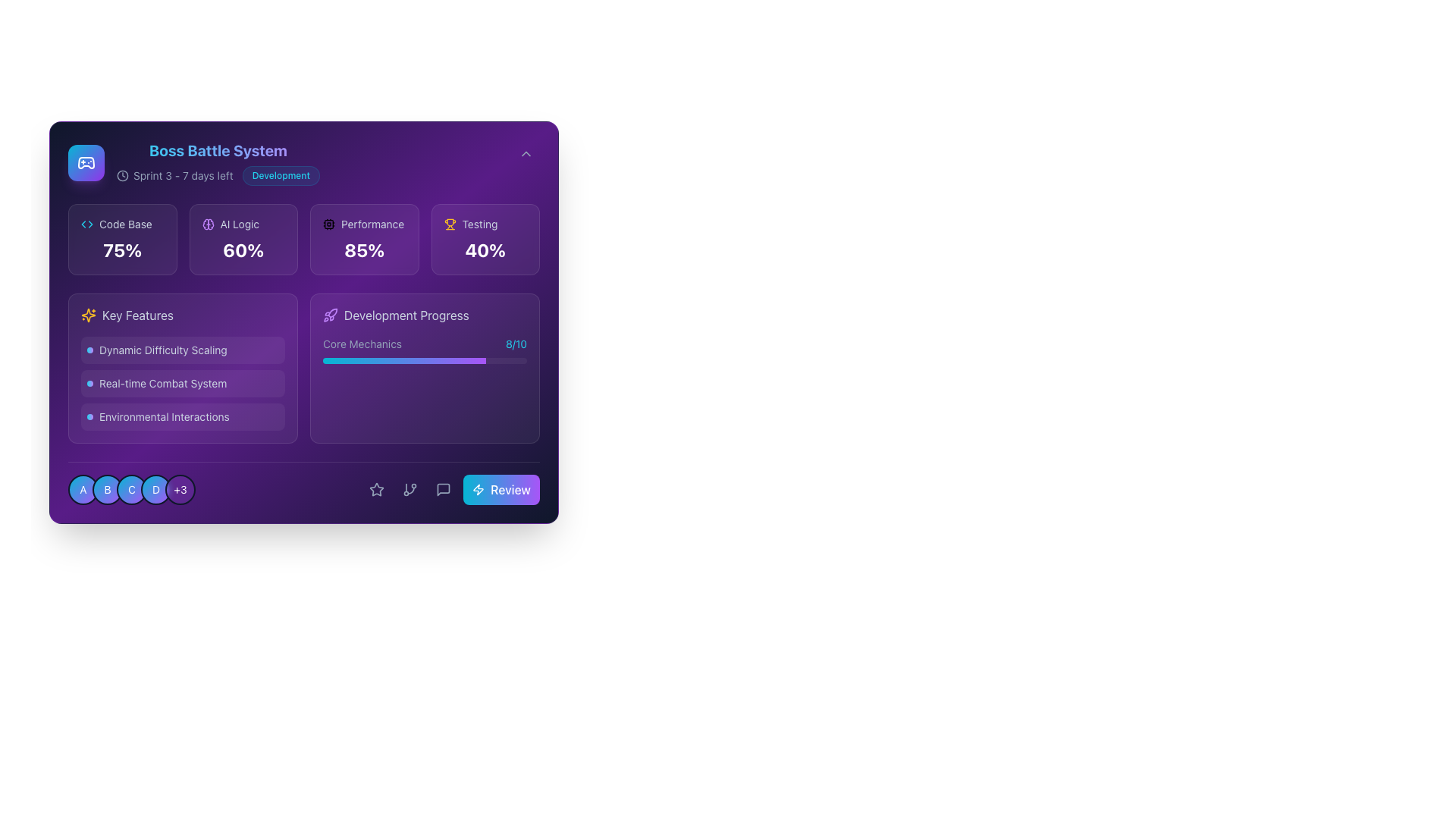 This screenshot has height=819, width=1456. What do you see at coordinates (526, 154) in the screenshot?
I see `the toggle icon located in the top-right corner of the interface to indicate expansion or collapse of the associated section` at bounding box center [526, 154].